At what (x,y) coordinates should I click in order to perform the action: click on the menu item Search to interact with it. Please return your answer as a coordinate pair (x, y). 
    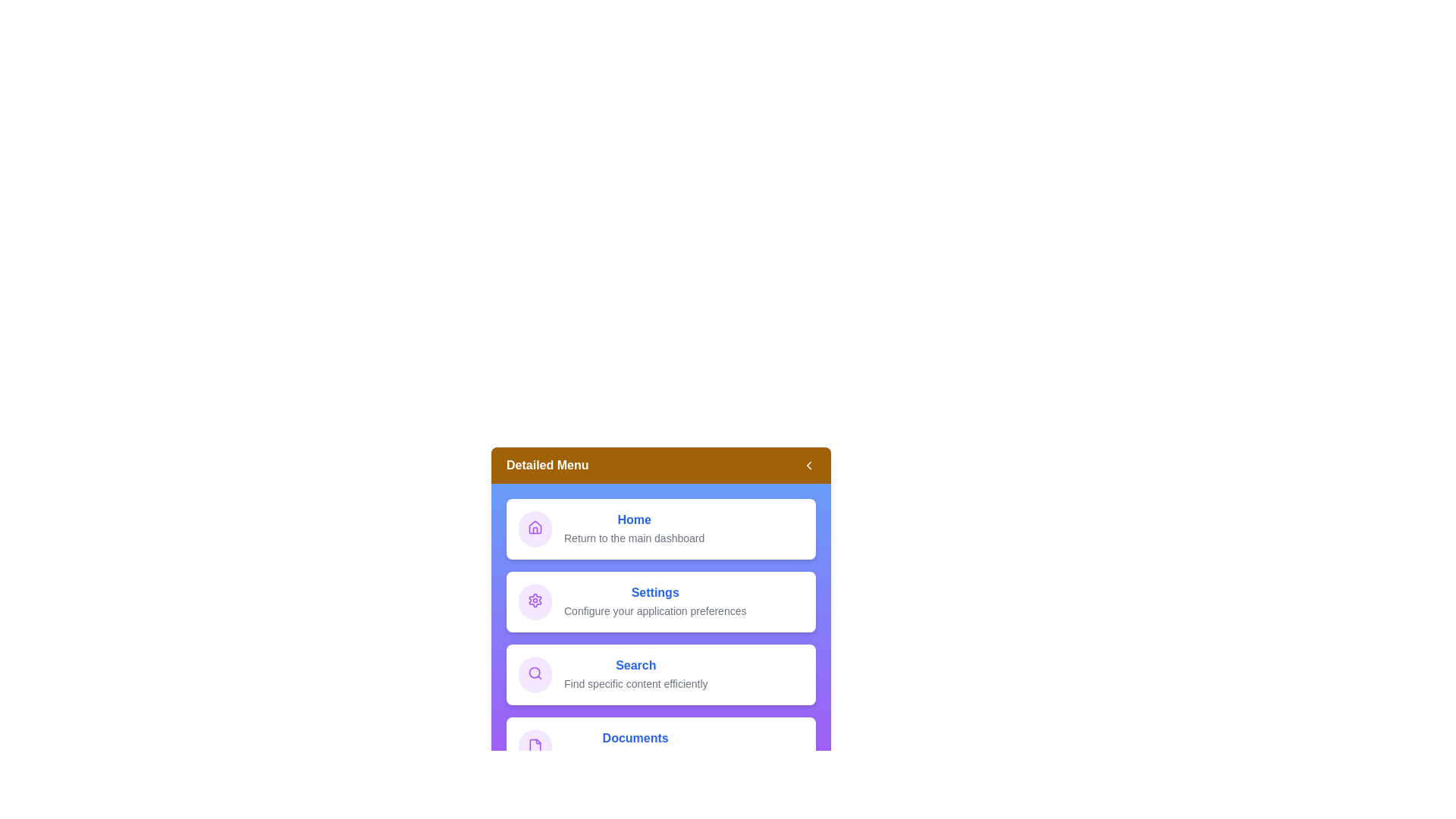
    Looking at the image, I should click on (661, 674).